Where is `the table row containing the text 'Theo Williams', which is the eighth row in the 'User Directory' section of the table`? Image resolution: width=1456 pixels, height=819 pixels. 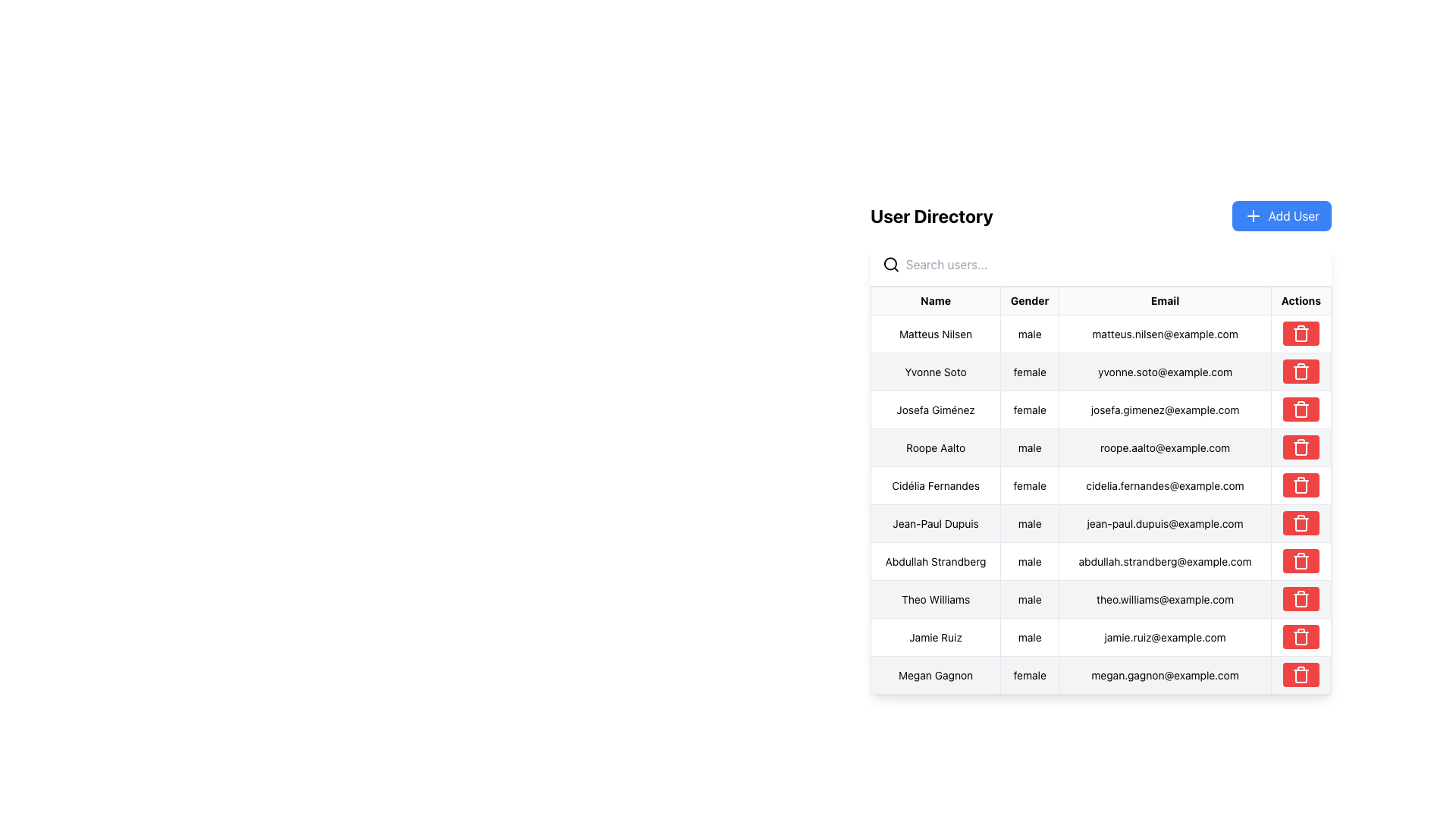 the table row containing the text 'Theo Williams', which is the eighth row in the 'User Directory' section of the table is located at coordinates (1100, 598).